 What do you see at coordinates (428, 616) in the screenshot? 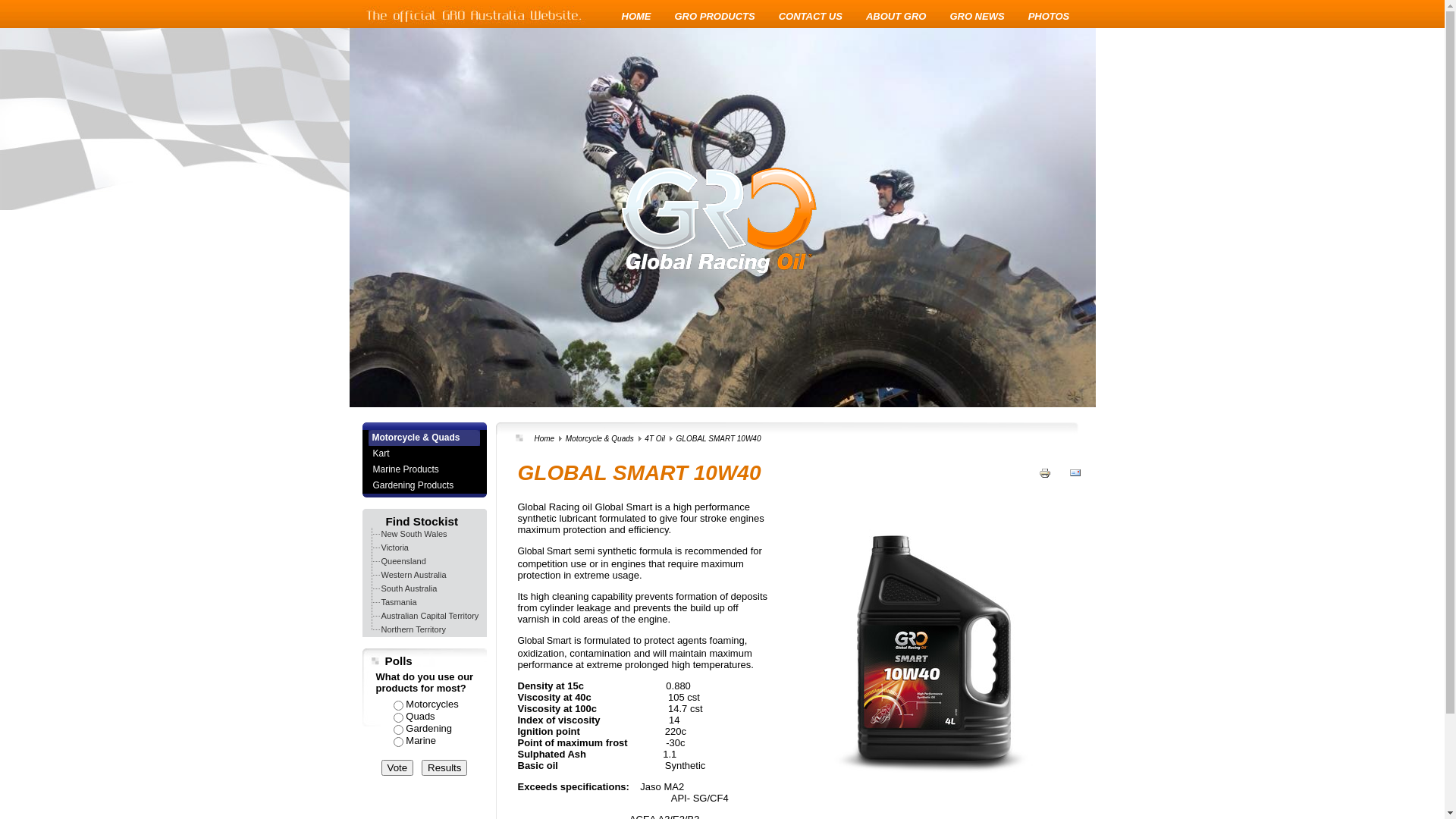
I see `'Australian Capital Territory'` at bounding box center [428, 616].